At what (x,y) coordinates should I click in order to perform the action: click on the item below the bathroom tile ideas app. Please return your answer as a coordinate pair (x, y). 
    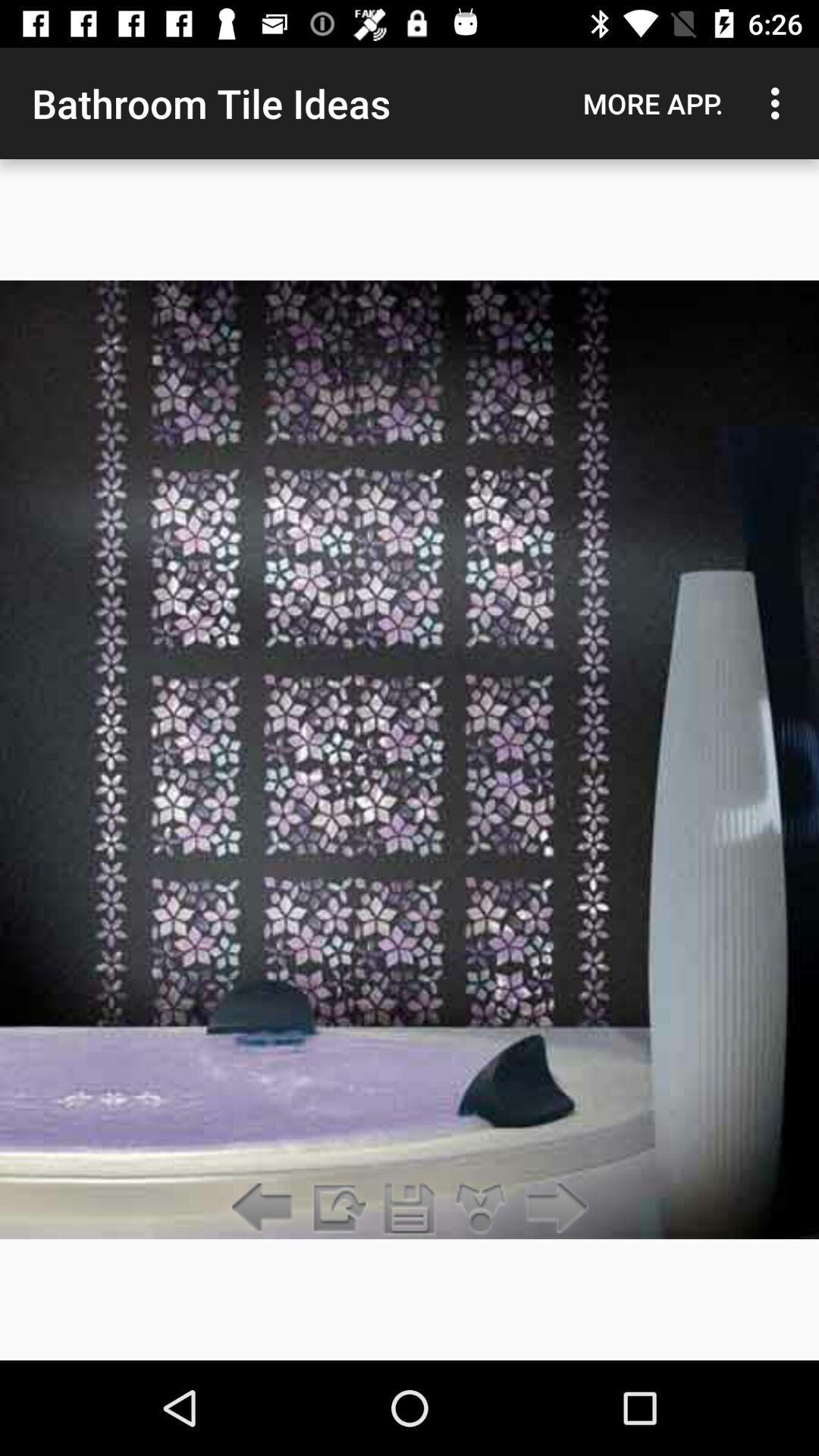
    Looking at the image, I should click on (337, 1208).